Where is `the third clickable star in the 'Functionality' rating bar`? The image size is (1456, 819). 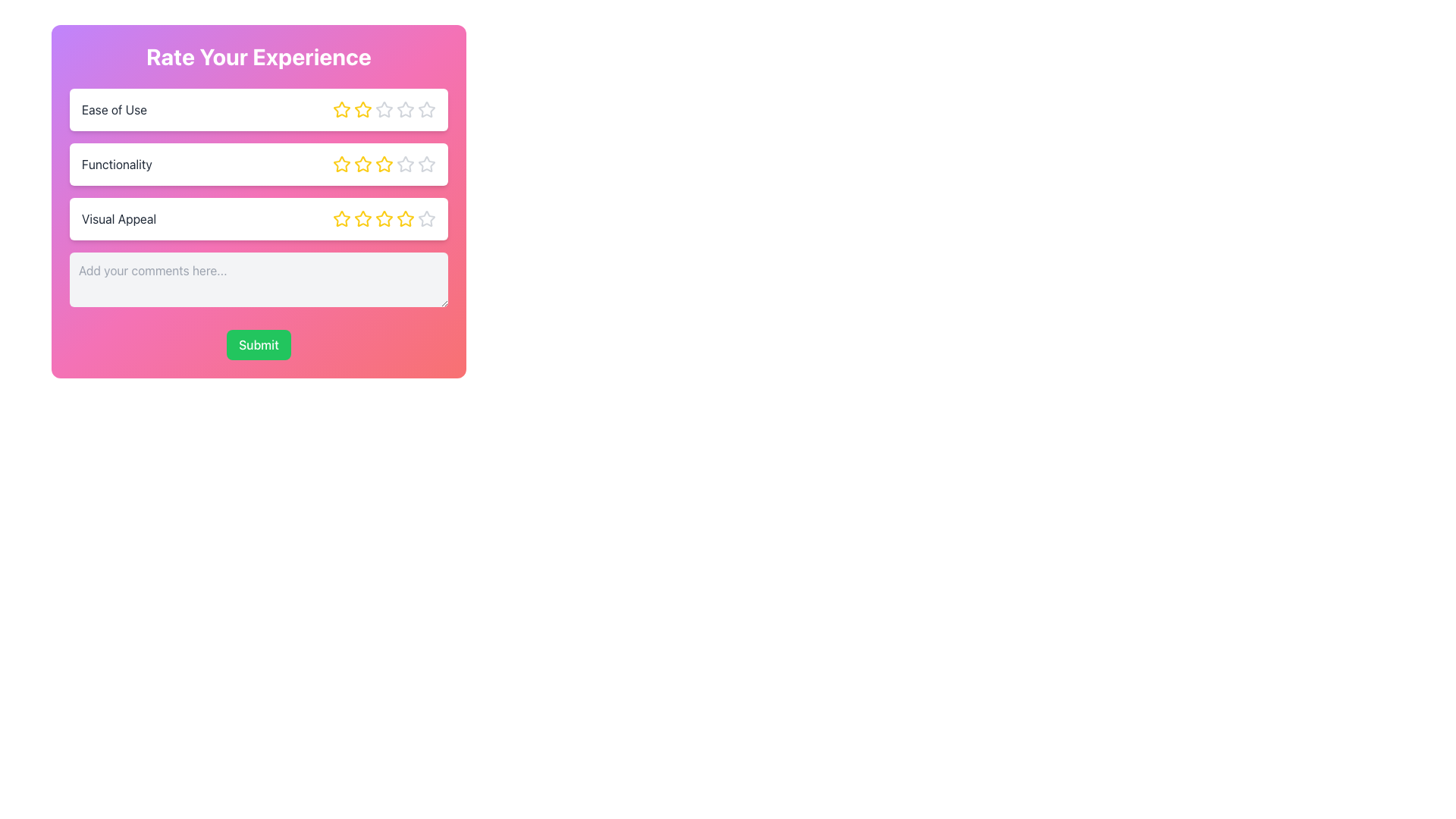
the third clickable star in the 'Functionality' rating bar is located at coordinates (384, 164).